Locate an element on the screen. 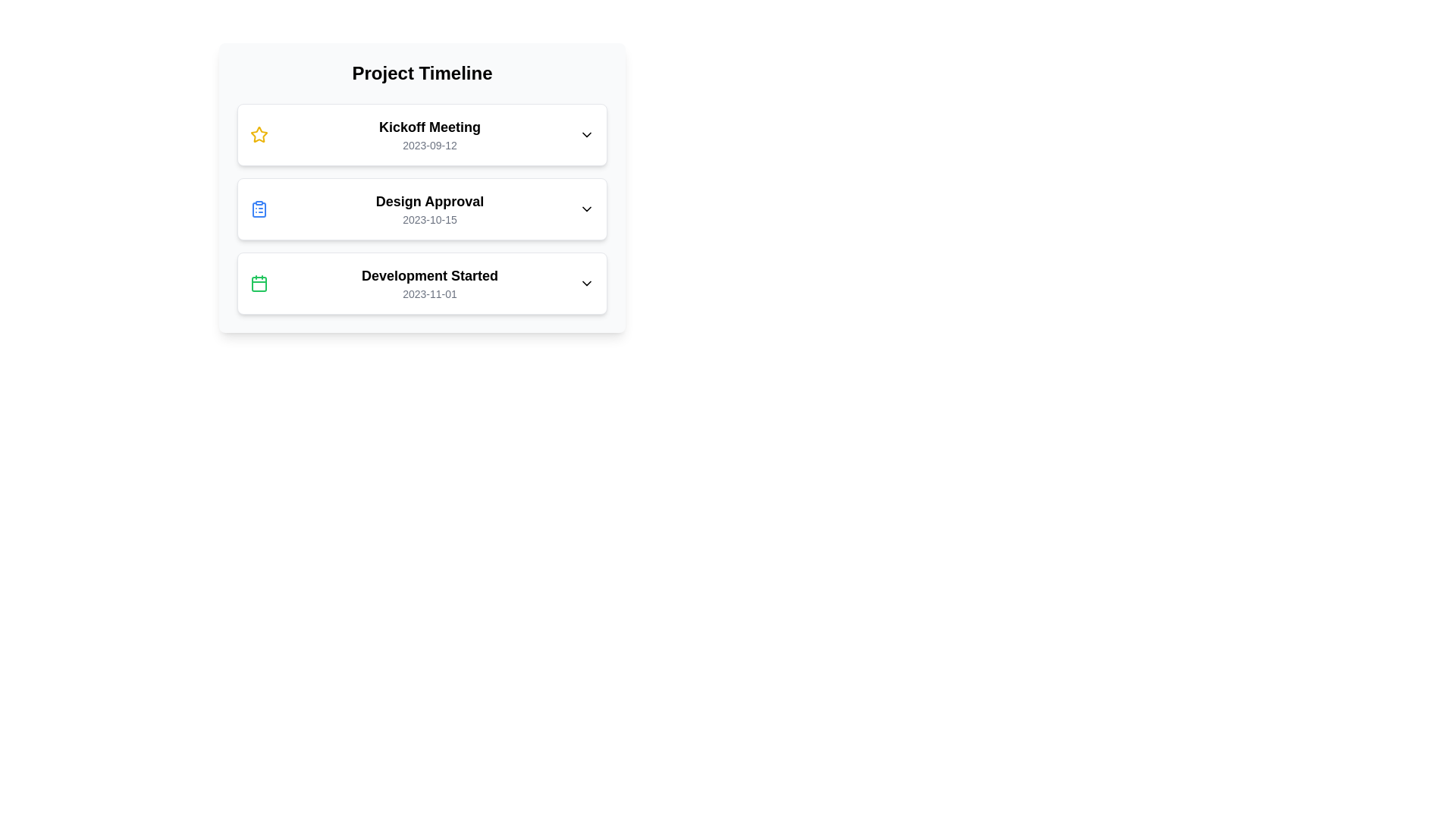  the yellow star-shaped icon located to the left of the 'Kickoff Meeting' text in the project timeline is located at coordinates (259, 133).